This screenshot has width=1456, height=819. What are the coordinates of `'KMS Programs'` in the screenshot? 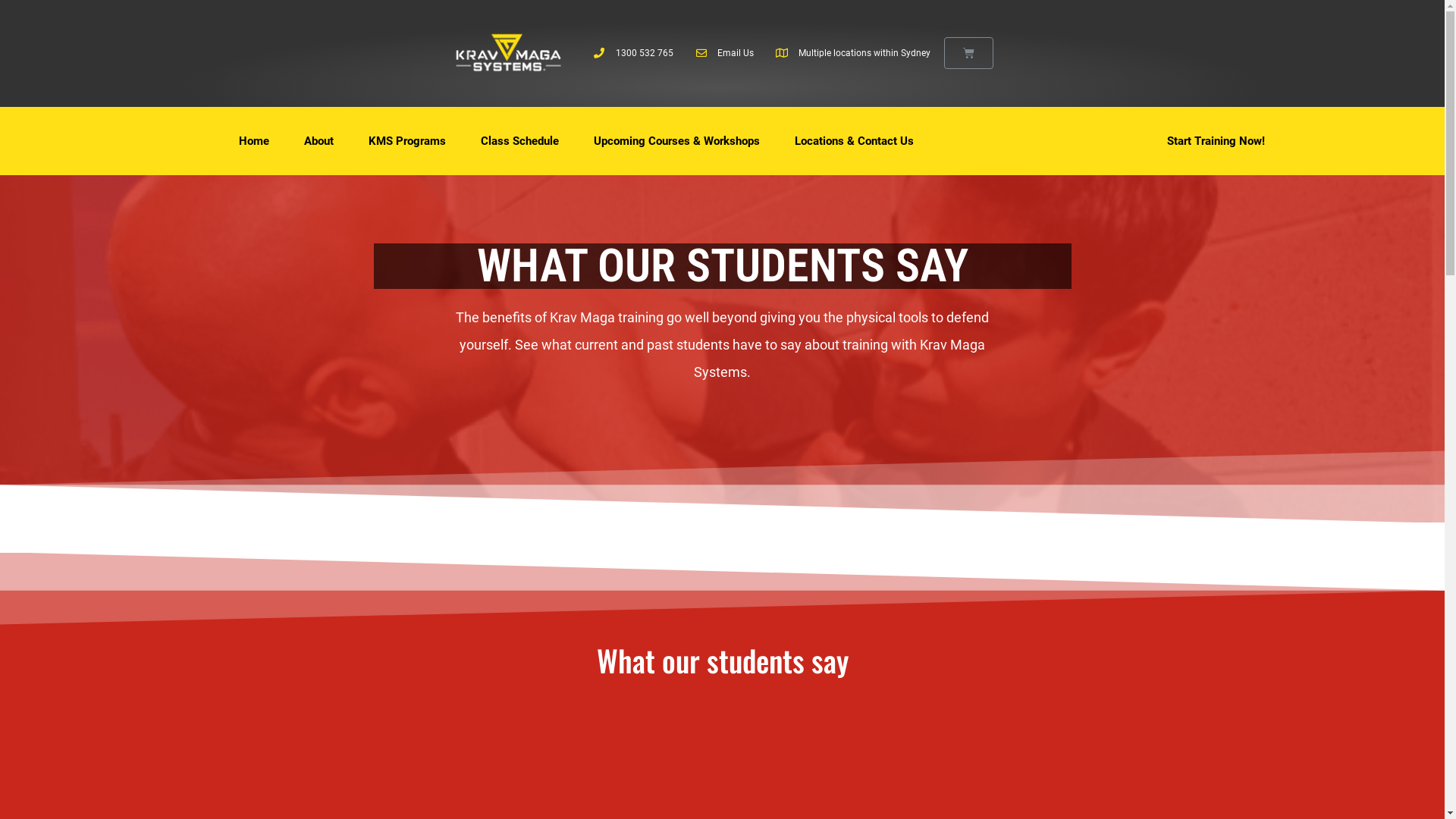 It's located at (407, 140).